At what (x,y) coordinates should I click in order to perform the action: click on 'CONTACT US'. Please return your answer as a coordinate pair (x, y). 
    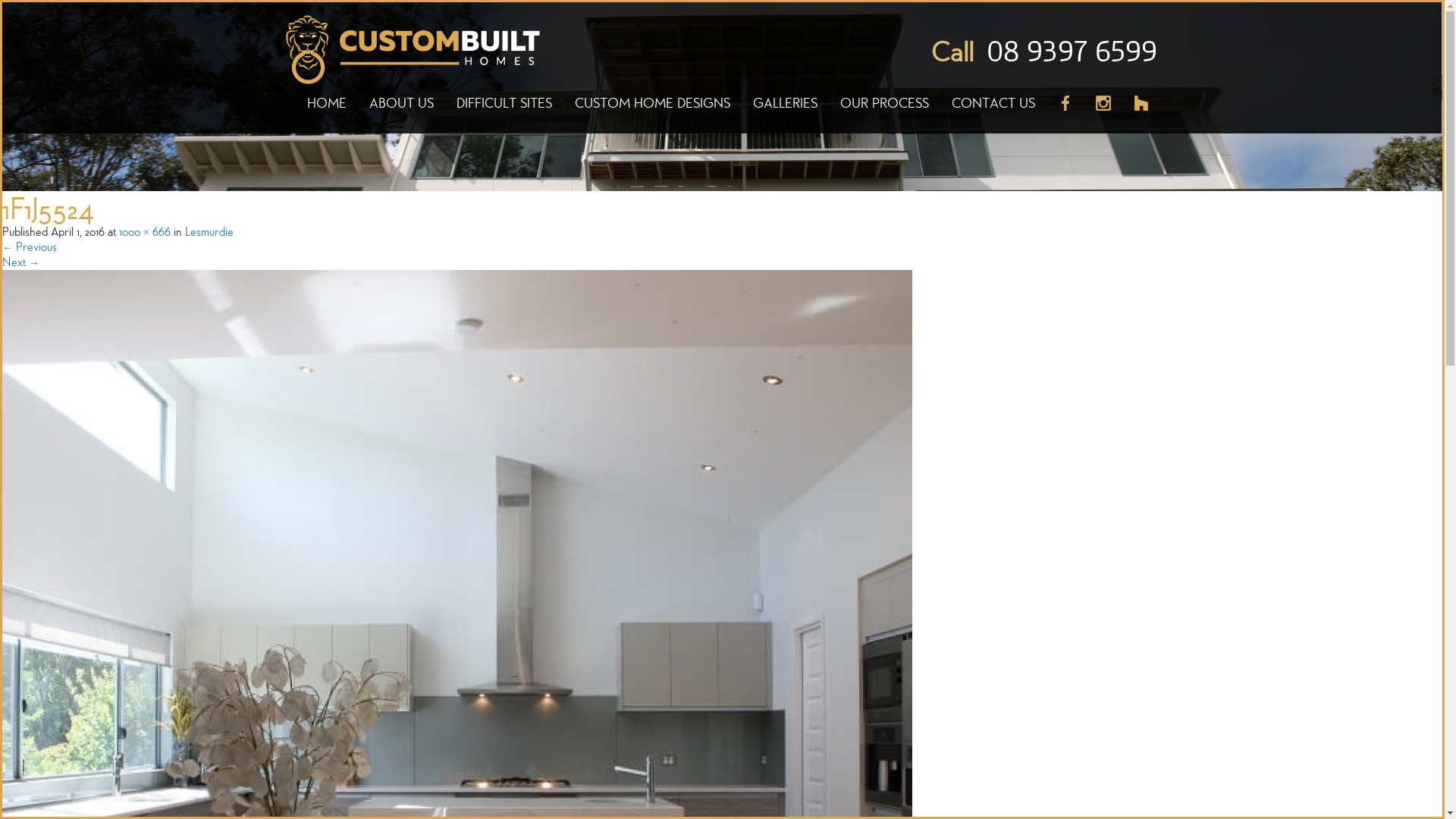
    Looking at the image, I should click on (993, 111).